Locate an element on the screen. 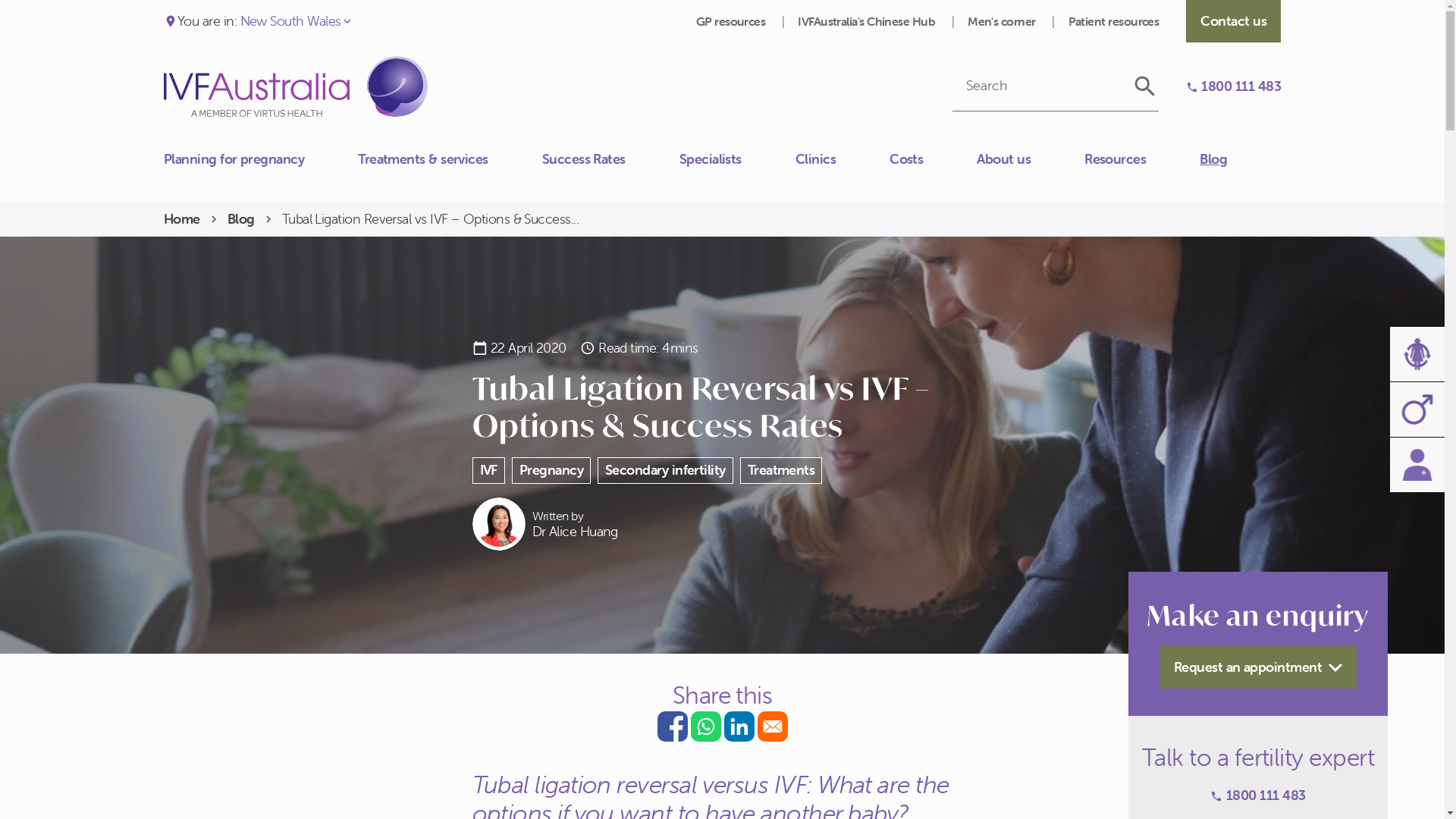 The image size is (1456, 819). 'IVFAustralia's Chinese Hub' is located at coordinates (867, 20).